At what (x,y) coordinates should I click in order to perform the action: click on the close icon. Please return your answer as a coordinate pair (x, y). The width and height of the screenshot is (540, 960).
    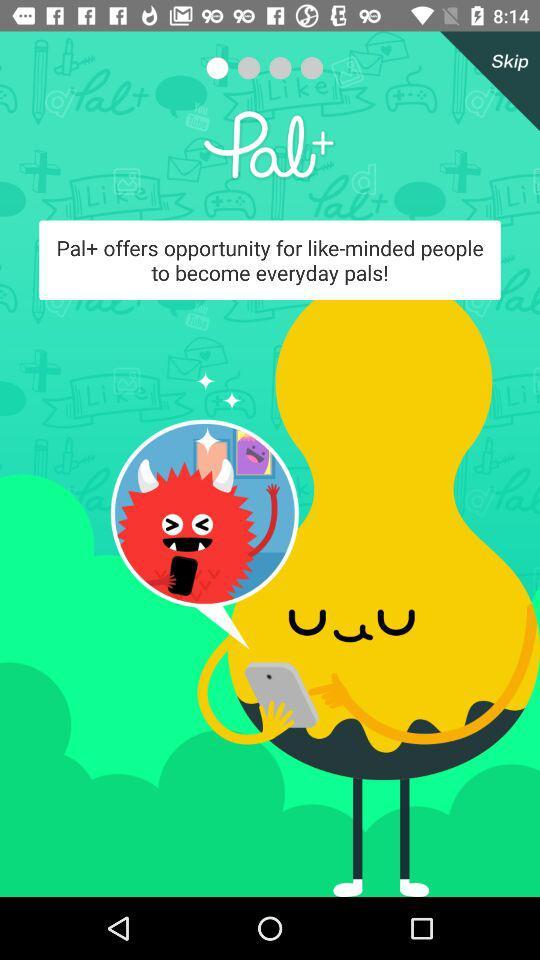
    Looking at the image, I should click on (485, 81).